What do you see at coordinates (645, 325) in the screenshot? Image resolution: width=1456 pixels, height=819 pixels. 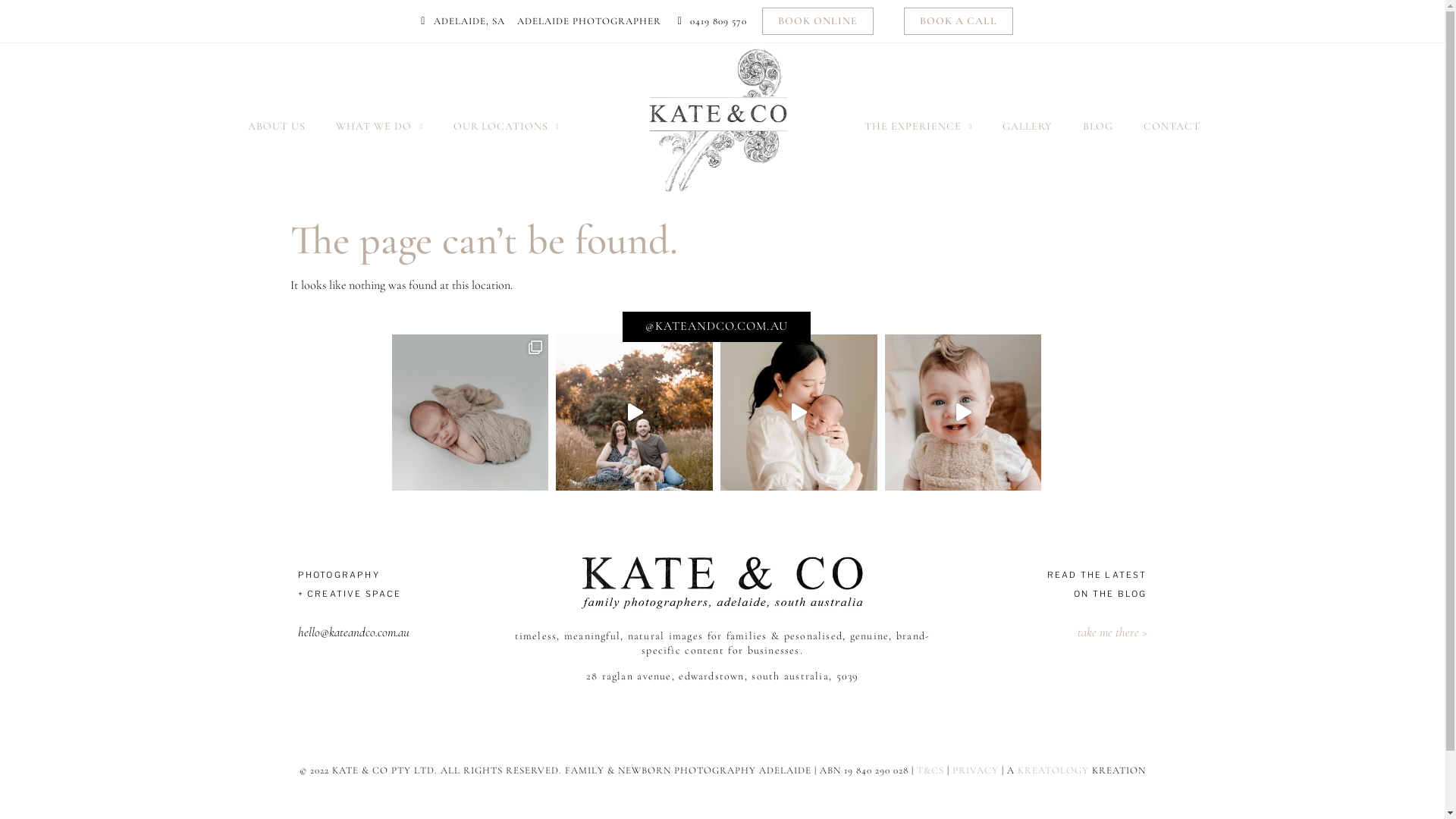 I see `'@KATEANDCO.COM.AU'` at bounding box center [645, 325].